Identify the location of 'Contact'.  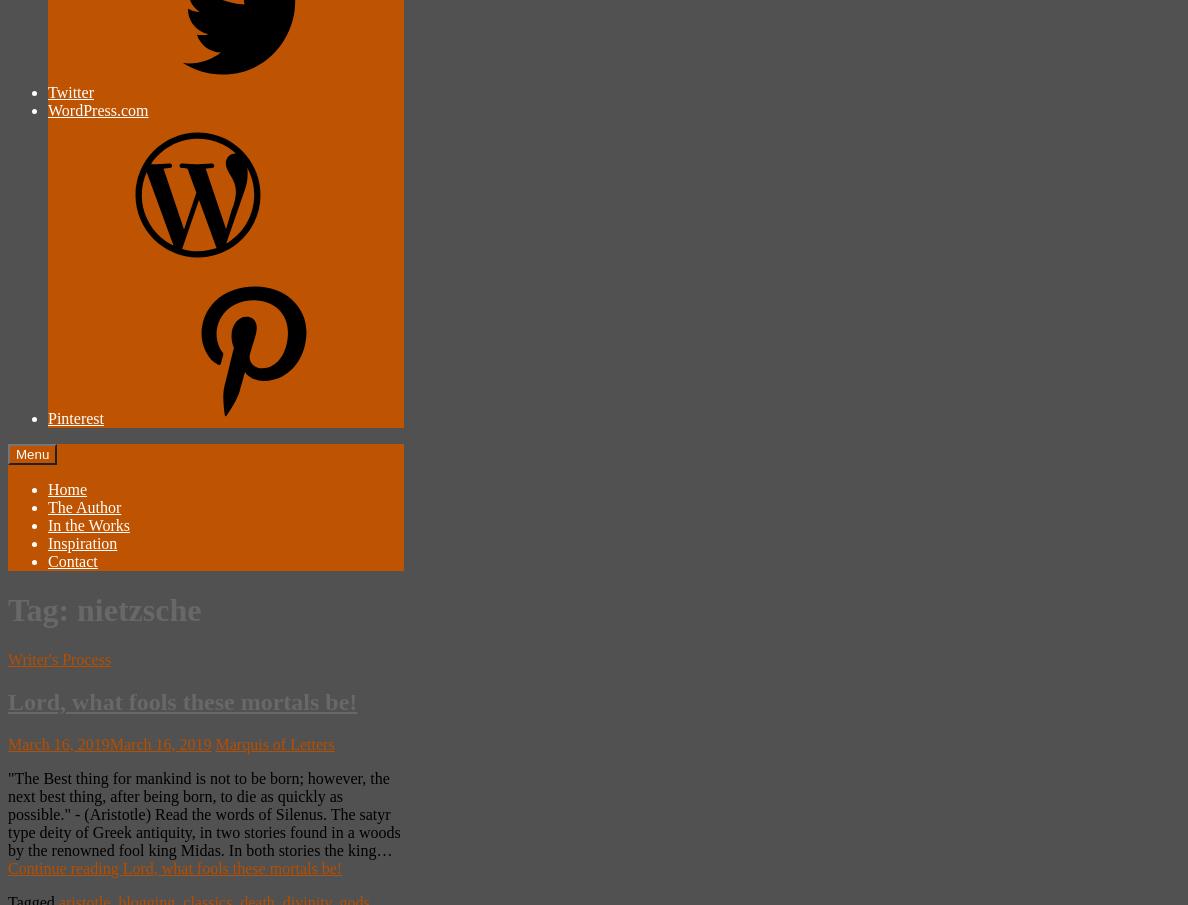
(46, 561).